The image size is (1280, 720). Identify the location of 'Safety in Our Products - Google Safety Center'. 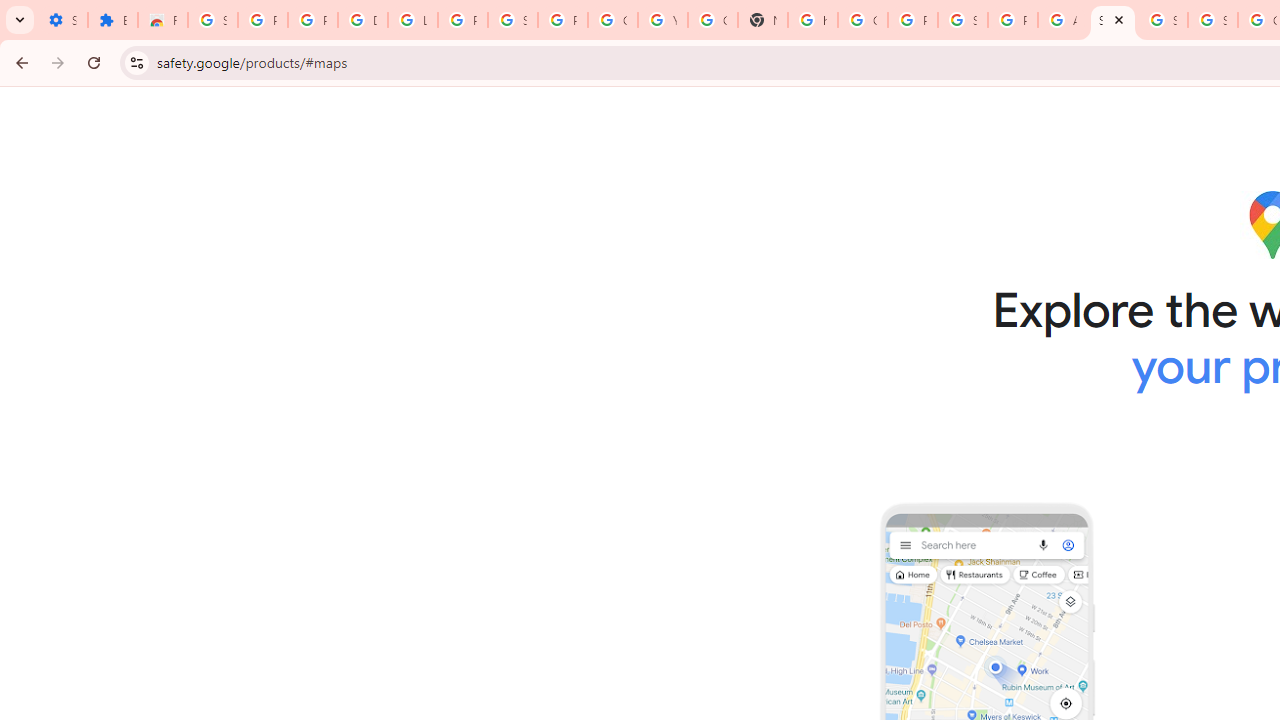
(1111, 20).